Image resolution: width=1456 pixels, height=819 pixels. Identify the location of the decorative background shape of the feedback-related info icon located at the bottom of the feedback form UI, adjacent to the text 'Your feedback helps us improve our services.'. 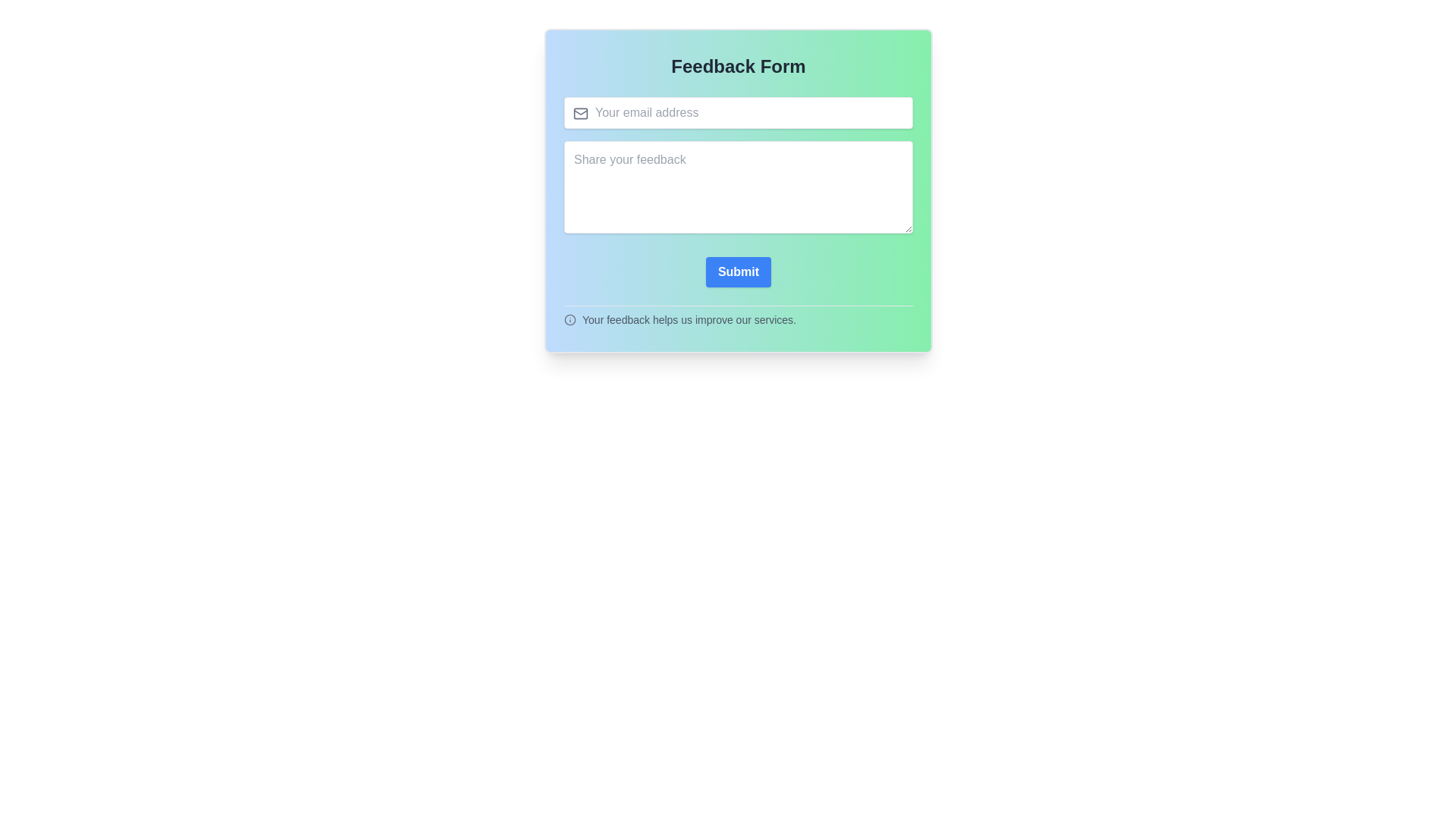
(570, 318).